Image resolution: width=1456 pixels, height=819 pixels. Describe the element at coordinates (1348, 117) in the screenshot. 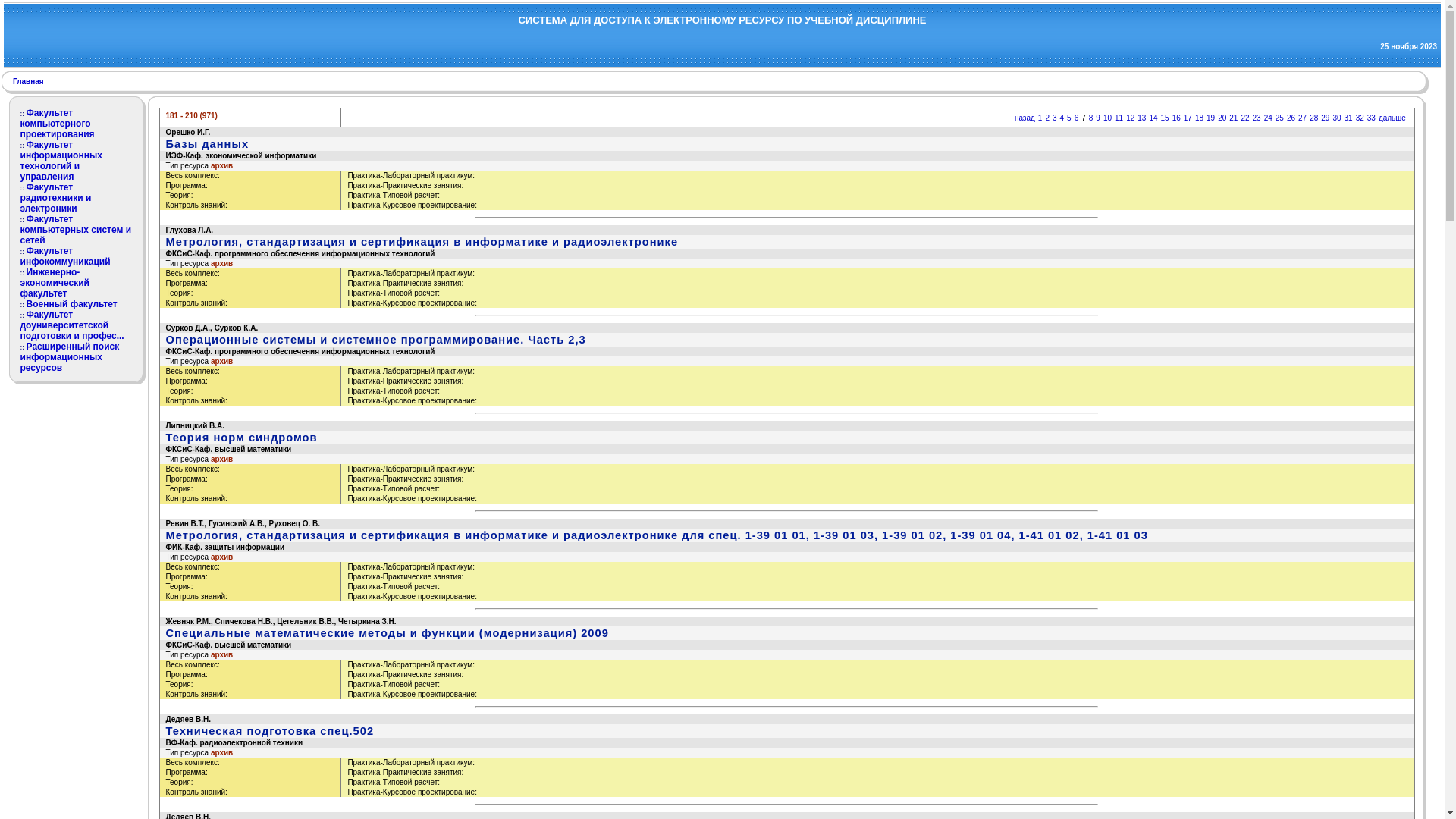

I see `'31'` at that location.